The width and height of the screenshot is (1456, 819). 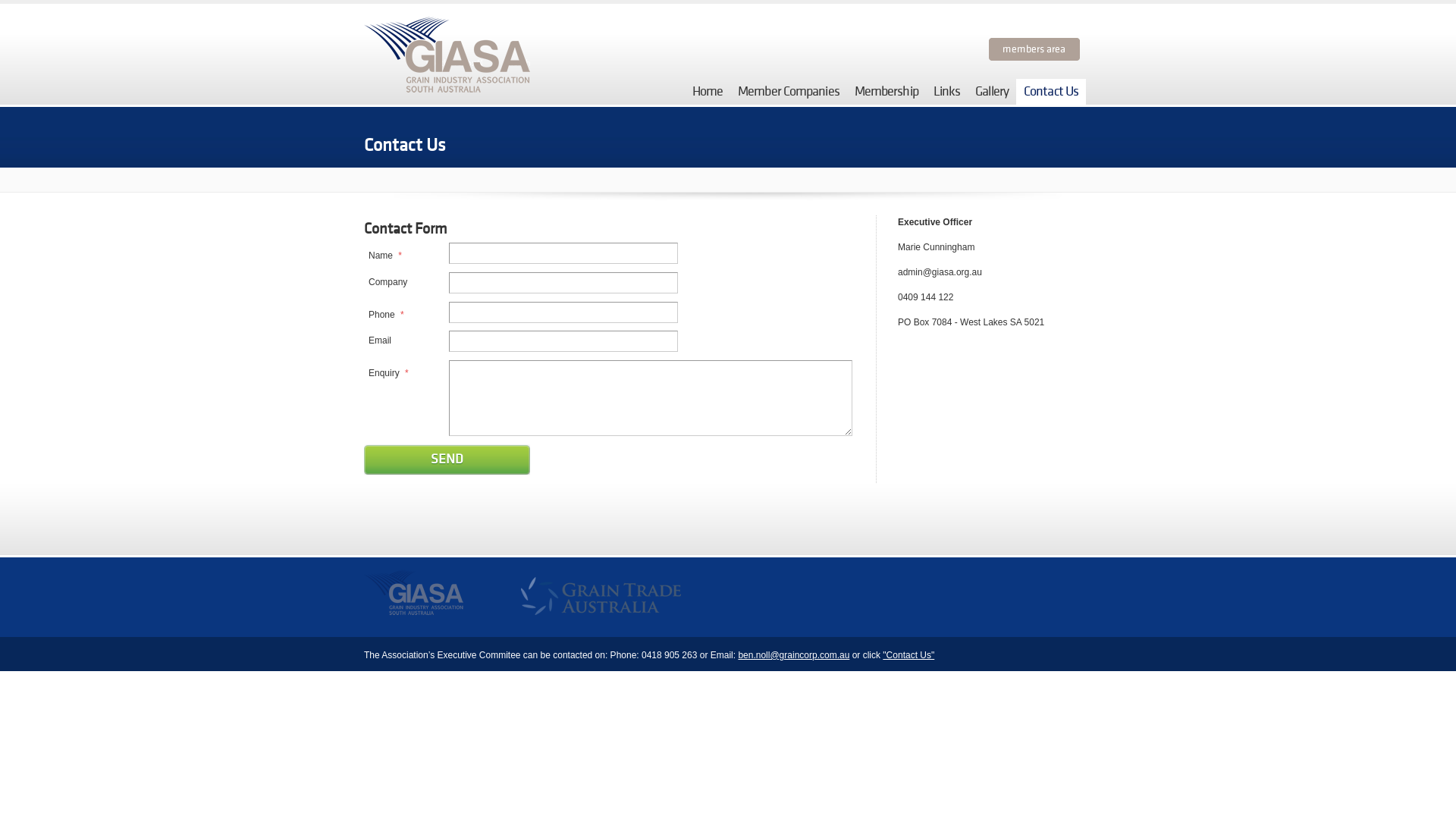 I want to click on 'Home', so click(x=706, y=91).